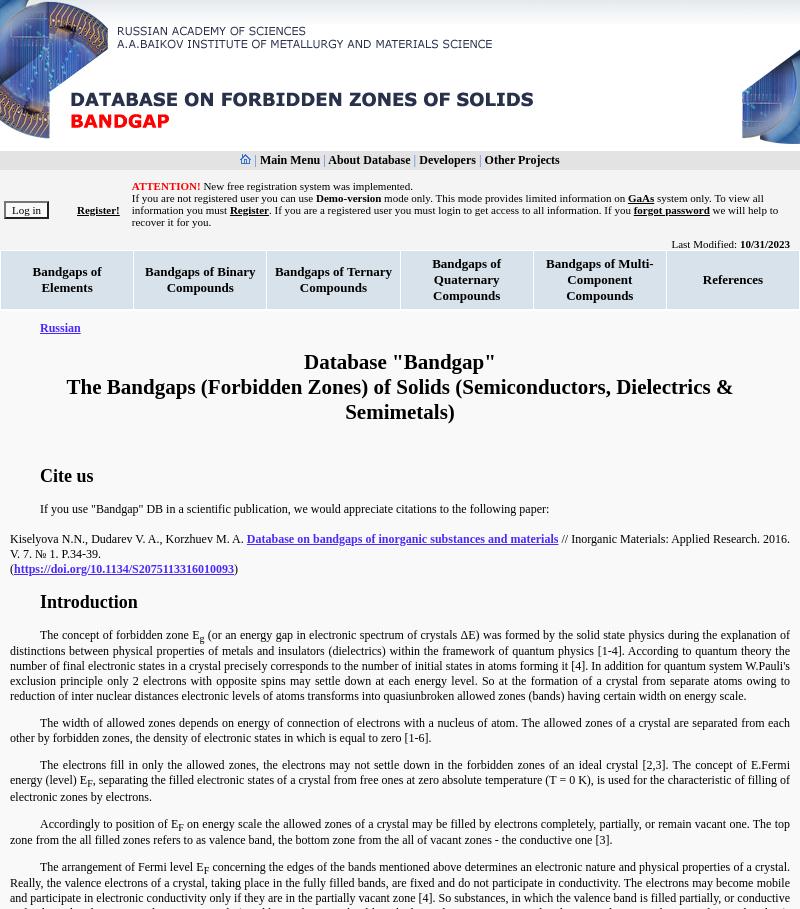 The height and width of the screenshot is (909, 800). I want to click on '(', so click(12, 568).